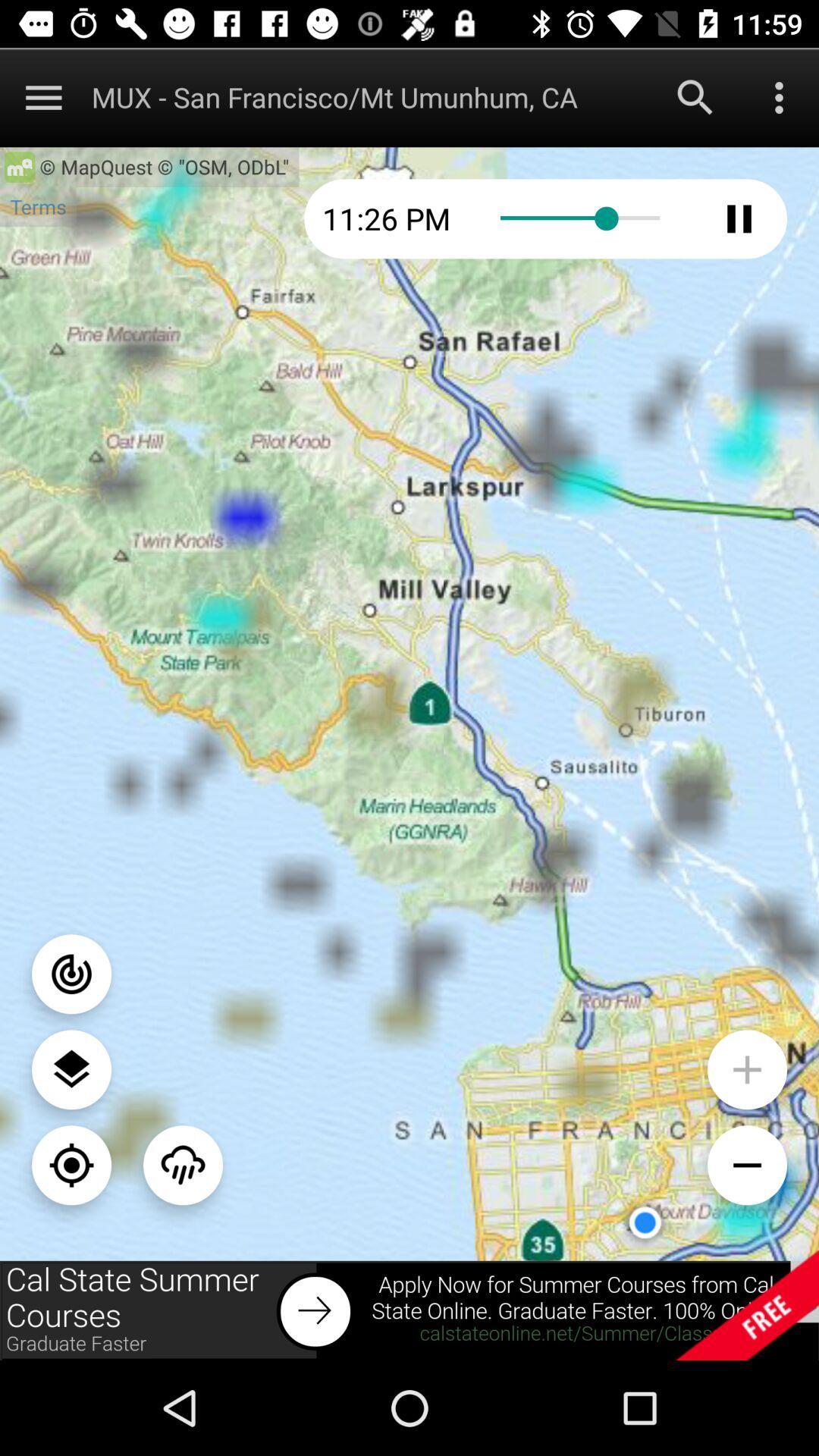 This screenshot has height=1456, width=819. What do you see at coordinates (182, 1164) in the screenshot?
I see `the weather icon` at bounding box center [182, 1164].